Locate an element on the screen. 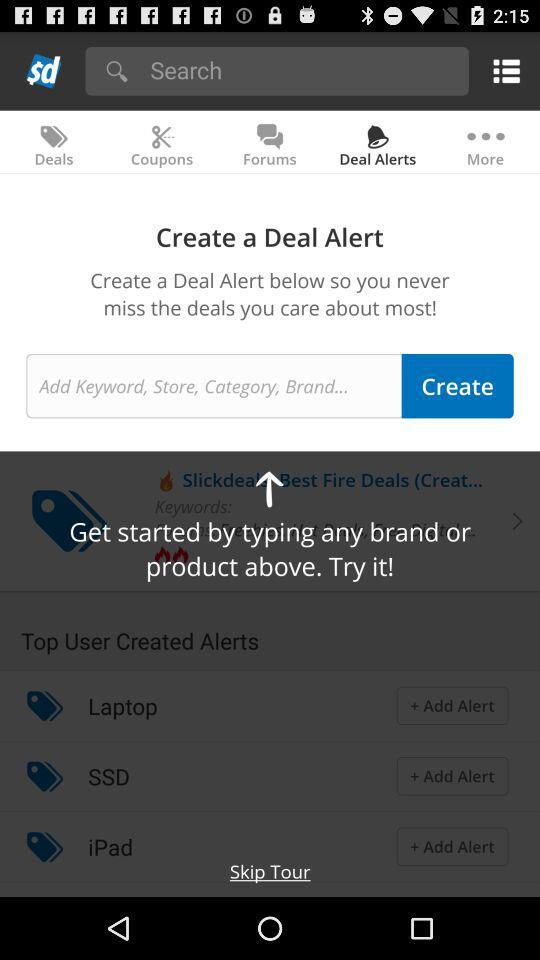 This screenshot has width=540, height=960. input search item is located at coordinates (302, 69).